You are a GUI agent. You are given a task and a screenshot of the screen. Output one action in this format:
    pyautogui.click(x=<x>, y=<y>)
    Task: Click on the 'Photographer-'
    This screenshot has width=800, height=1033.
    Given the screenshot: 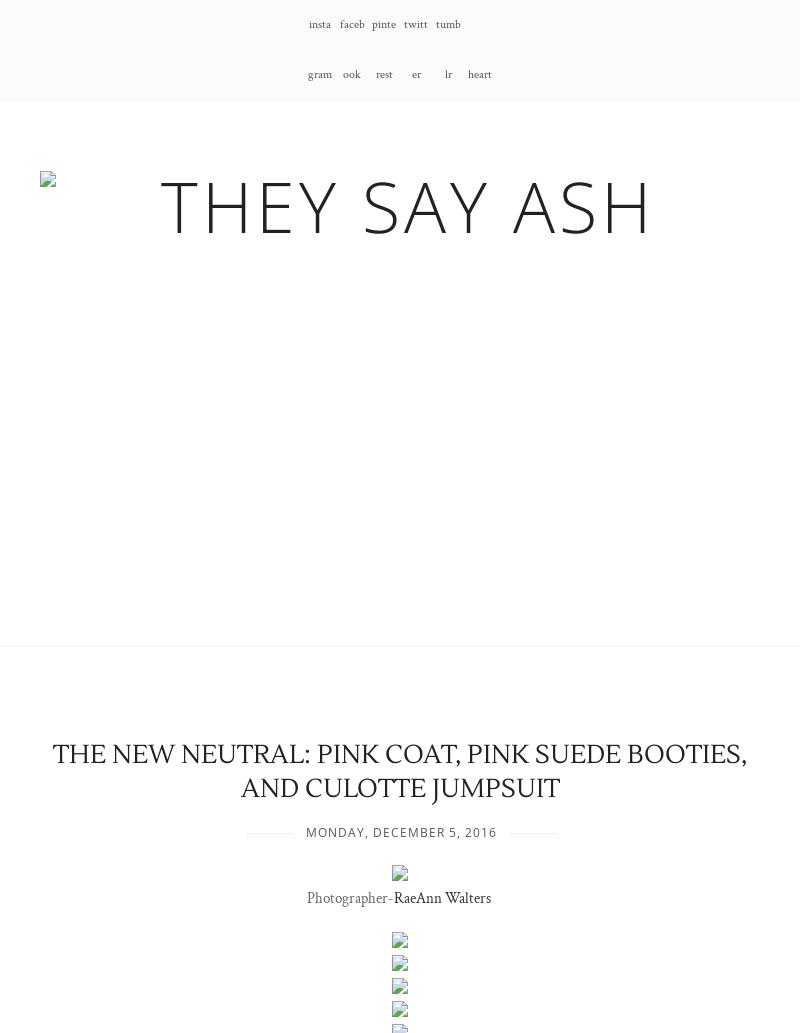 What is the action you would take?
    pyautogui.click(x=349, y=896)
    